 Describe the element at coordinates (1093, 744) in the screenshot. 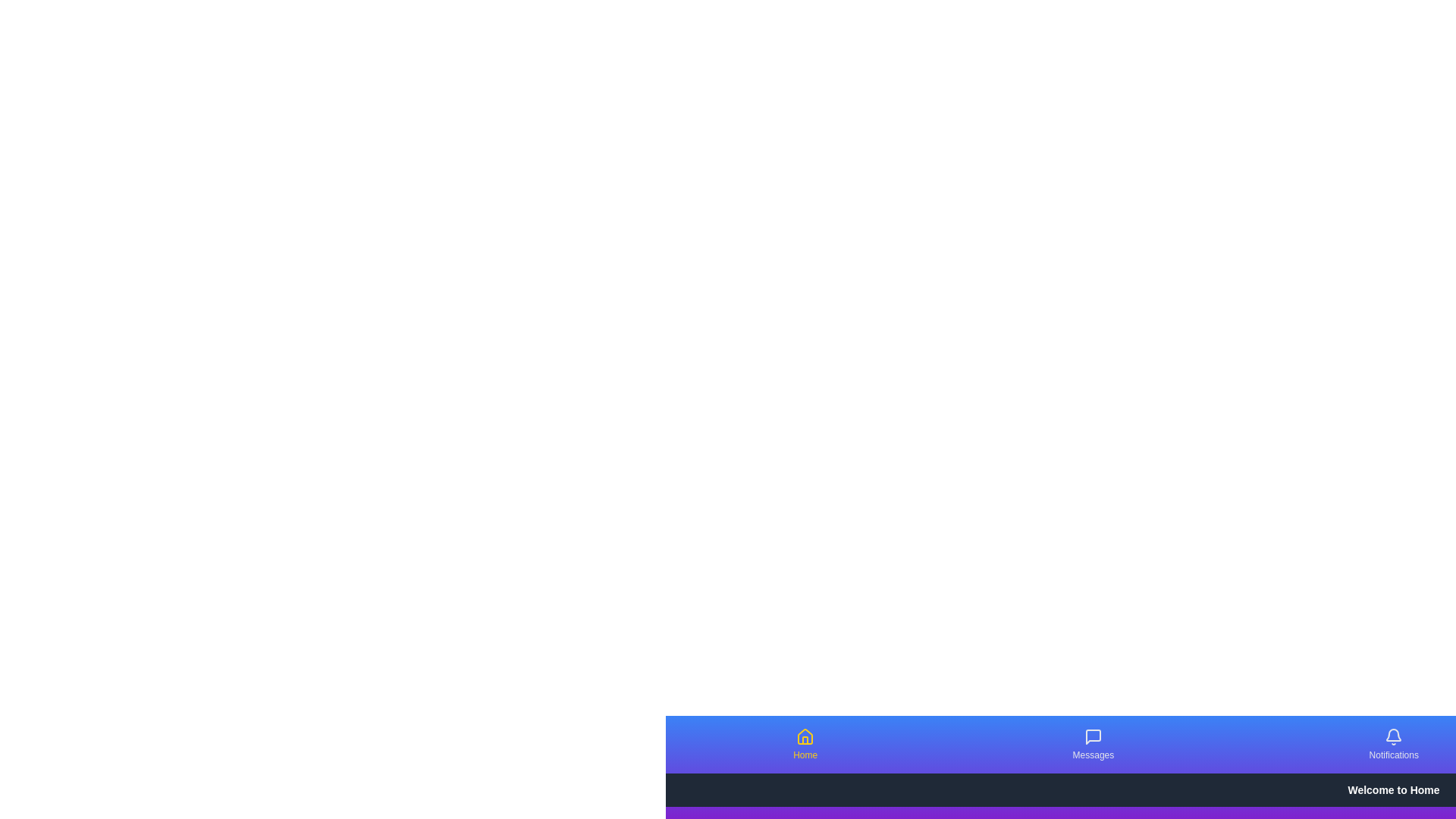

I see `the Messages tab in the navigation bar` at that location.